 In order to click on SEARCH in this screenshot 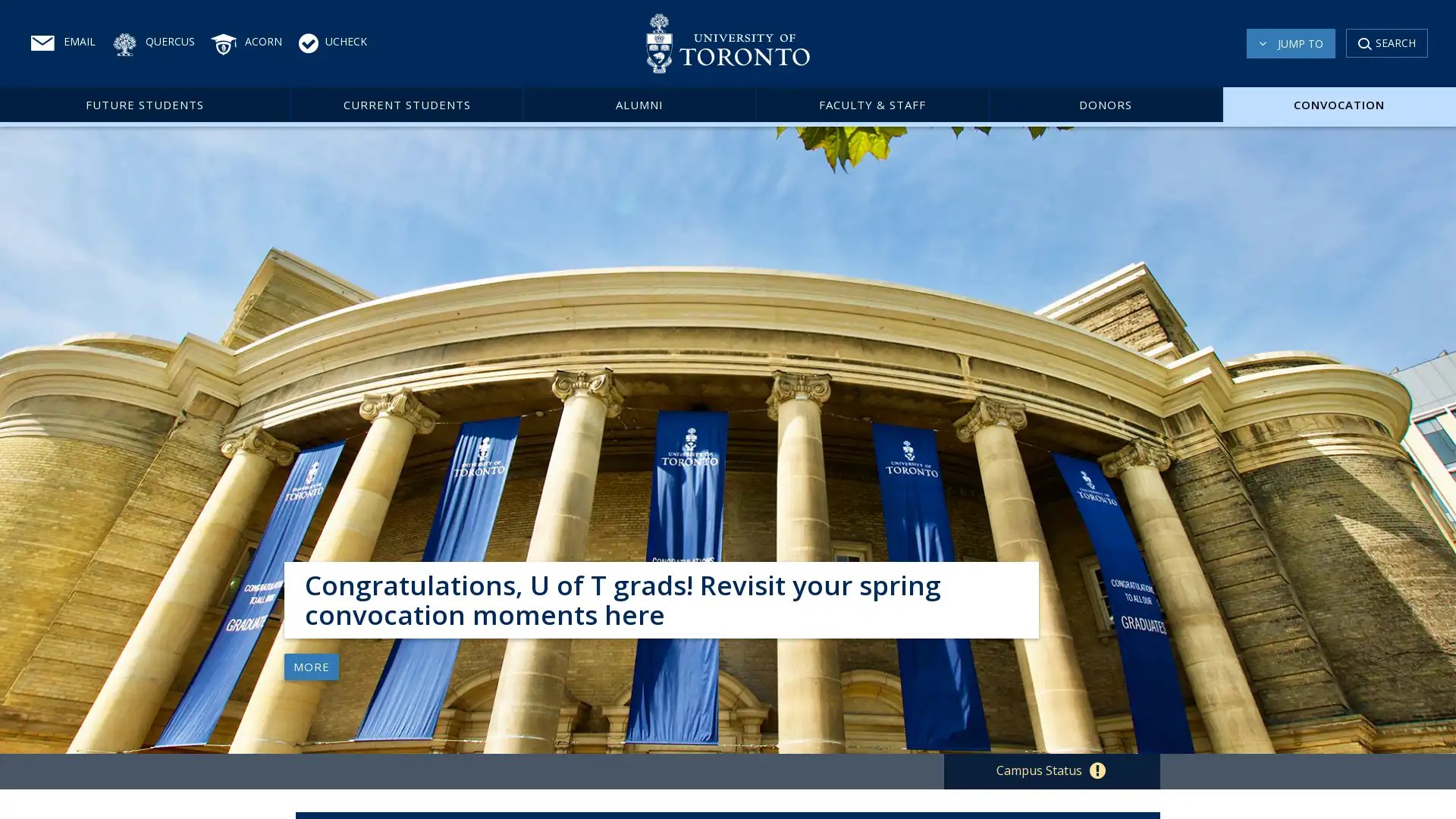, I will do `click(1386, 42)`.